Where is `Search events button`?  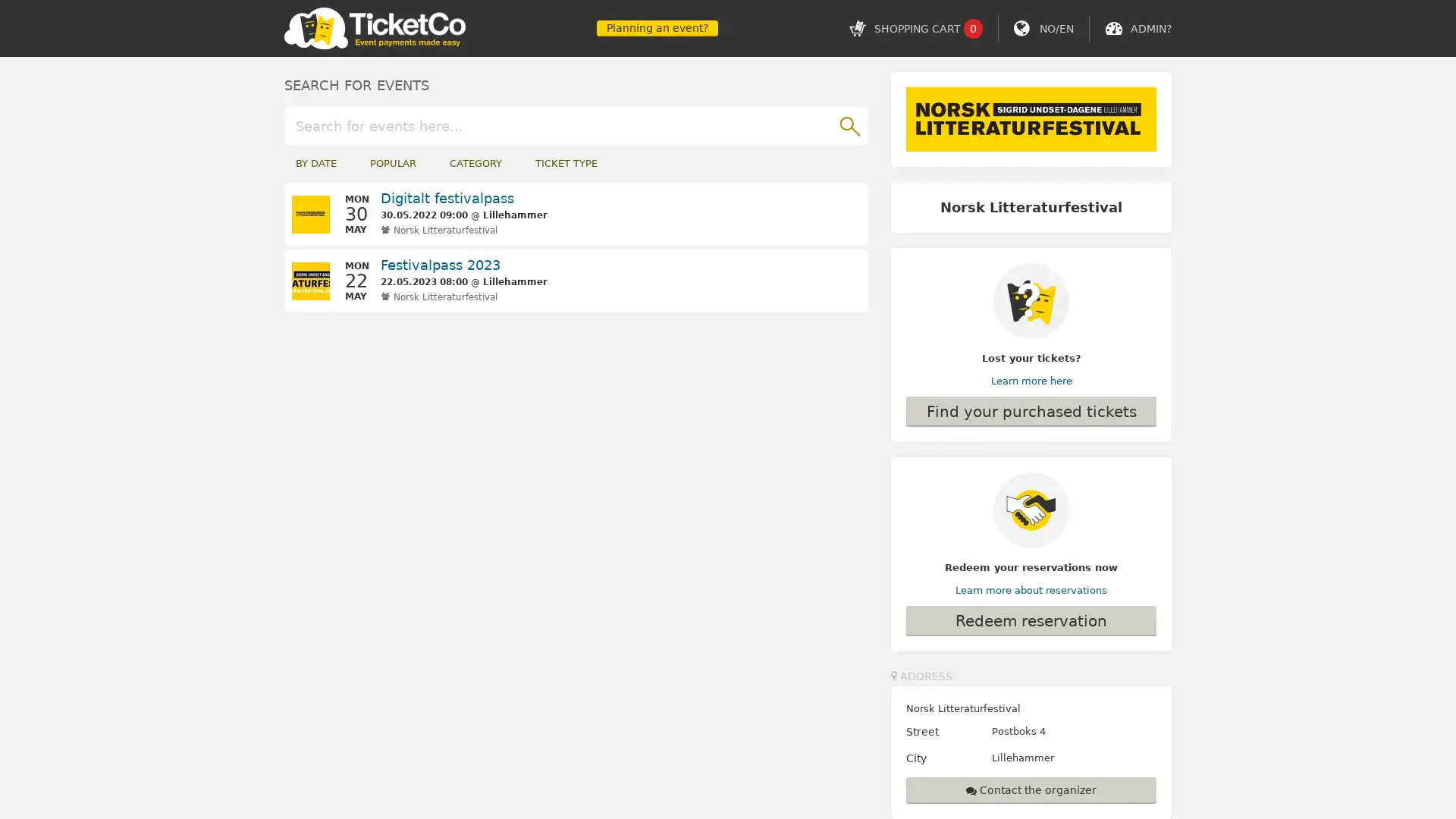 Search events button is located at coordinates (848, 124).